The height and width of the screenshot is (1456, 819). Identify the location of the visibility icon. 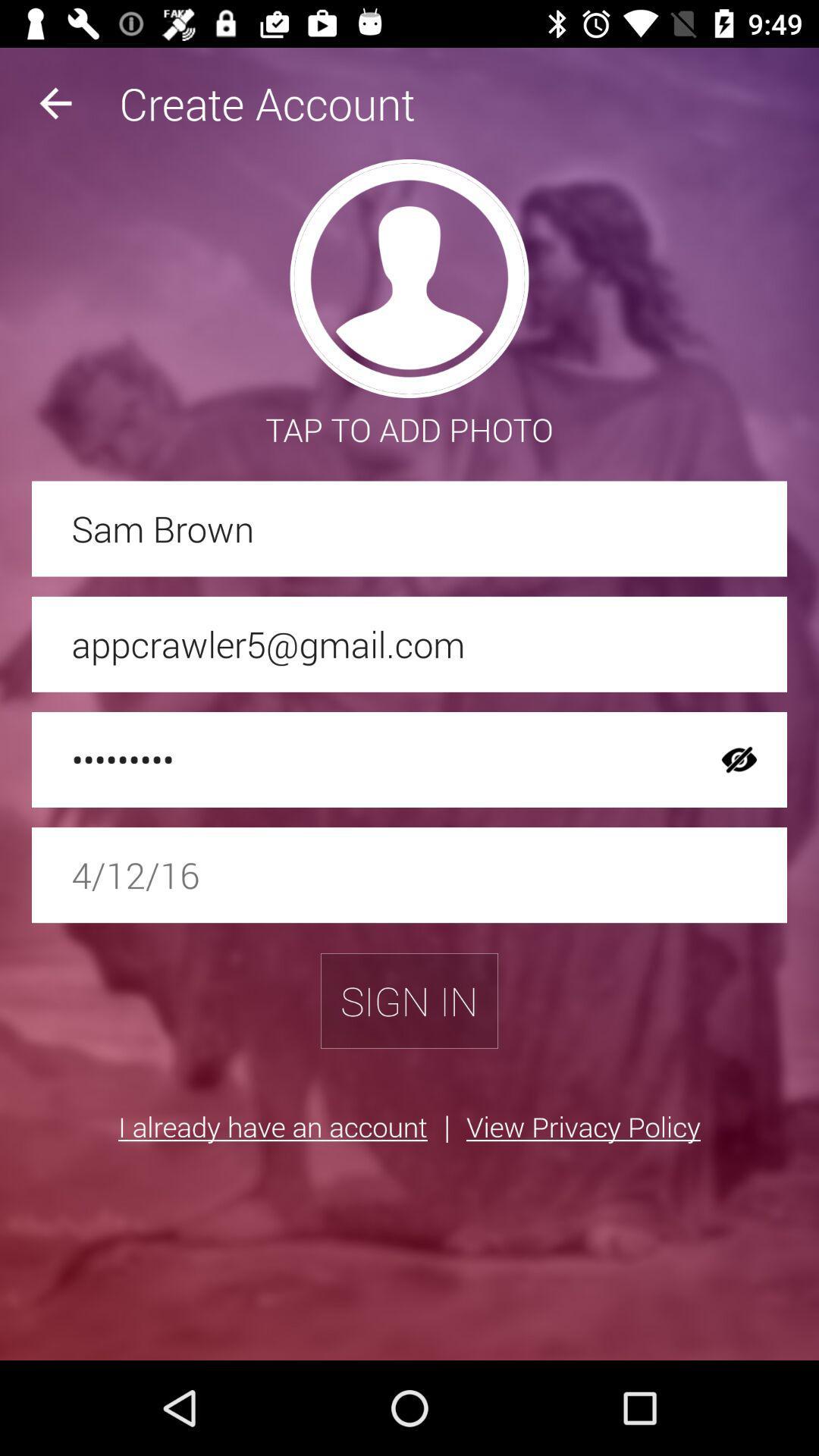
(739, 760).